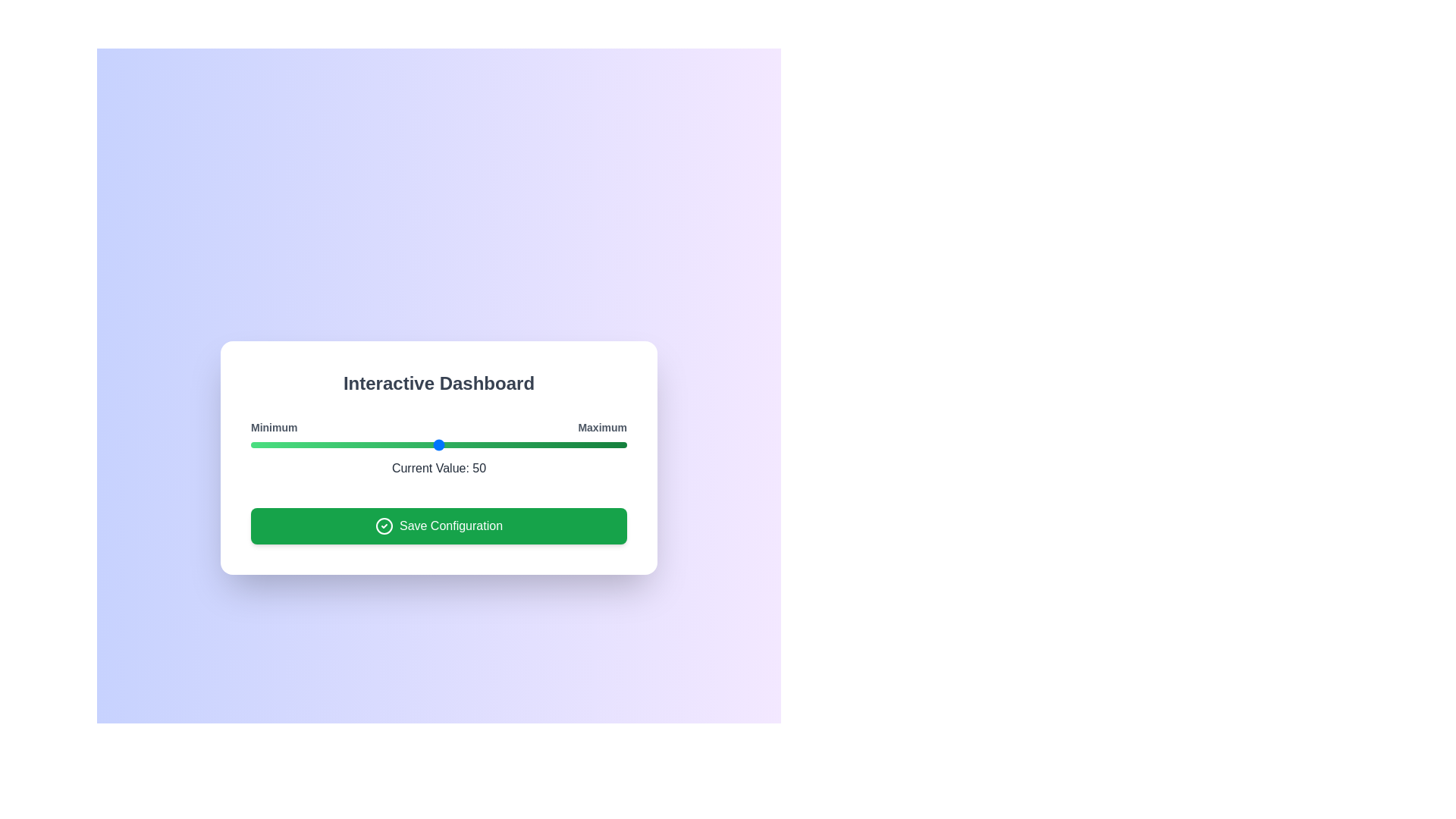 Image resolution: width=1456 pixels, height=819 pixels. I want to click on the slider to set the value to 57, so click(464, 444).